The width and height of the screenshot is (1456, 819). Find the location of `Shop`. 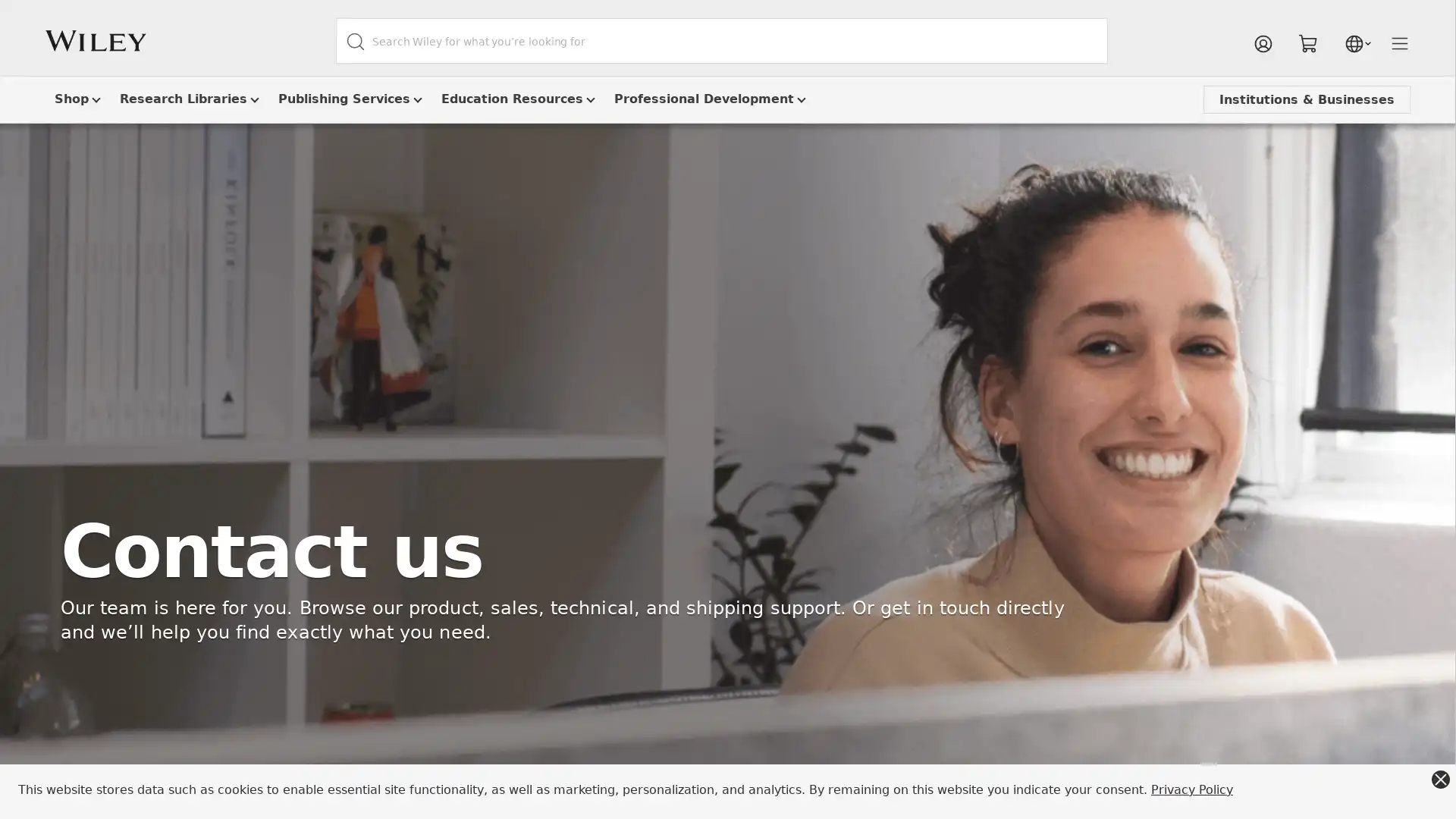

Shop is located at coordinates (75, 99).